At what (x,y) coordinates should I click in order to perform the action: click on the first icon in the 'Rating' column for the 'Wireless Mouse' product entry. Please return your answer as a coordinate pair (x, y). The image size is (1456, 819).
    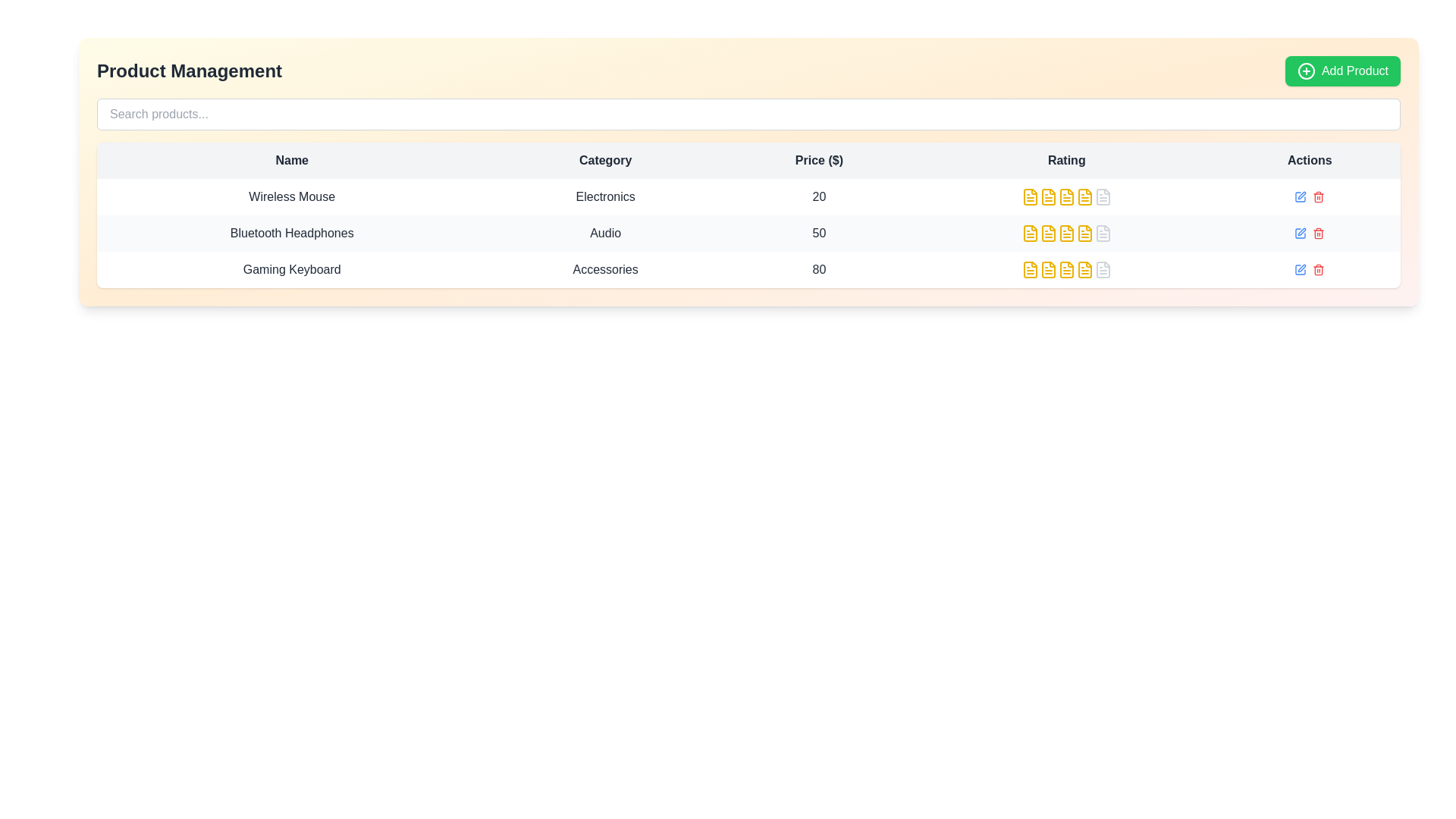
    Looking at the image, I should click on (1030, 196).